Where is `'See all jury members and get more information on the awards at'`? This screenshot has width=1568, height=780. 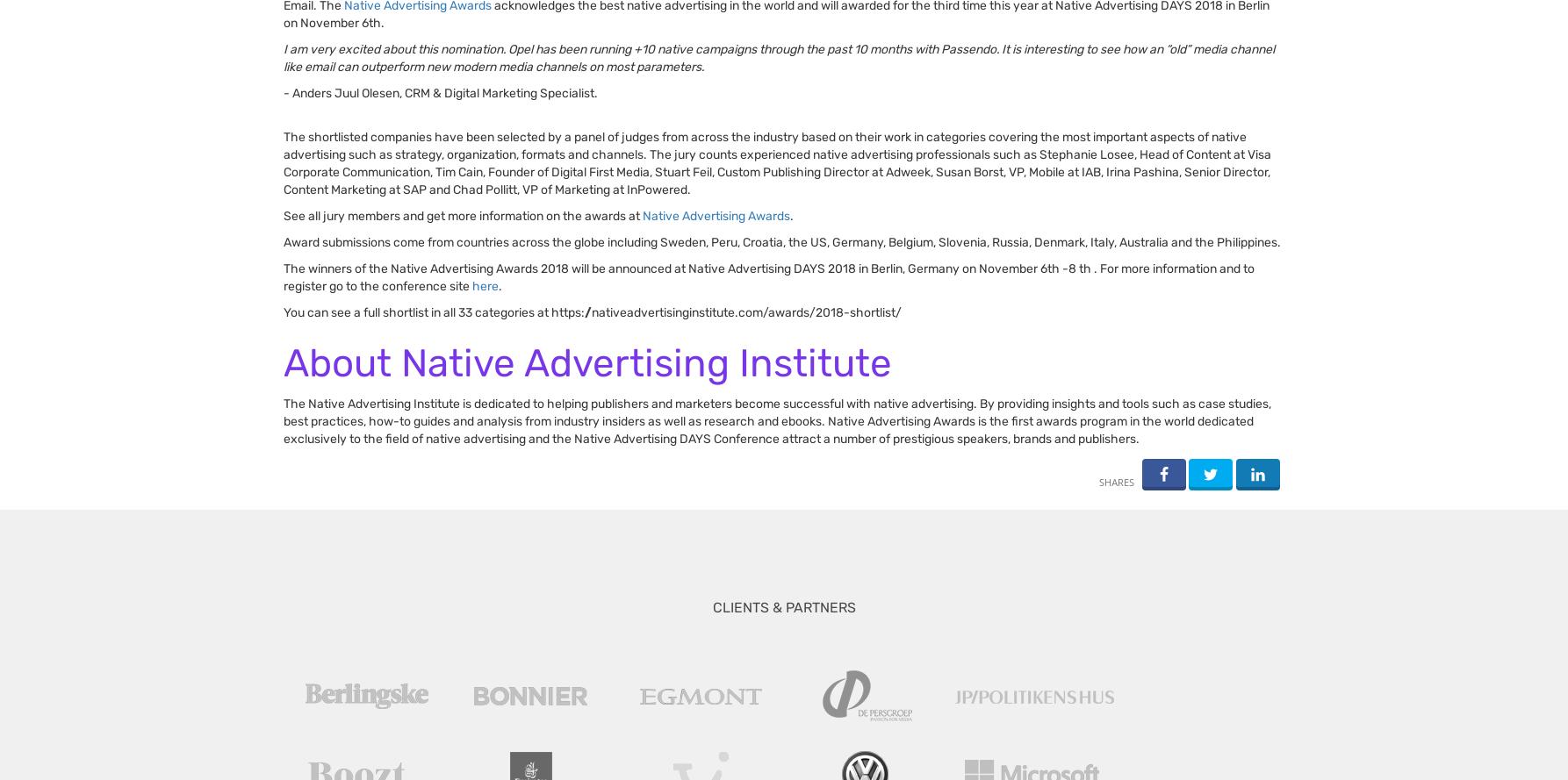 'See all jury members and get more information on the awards at' is located at coordinates (462, 215).